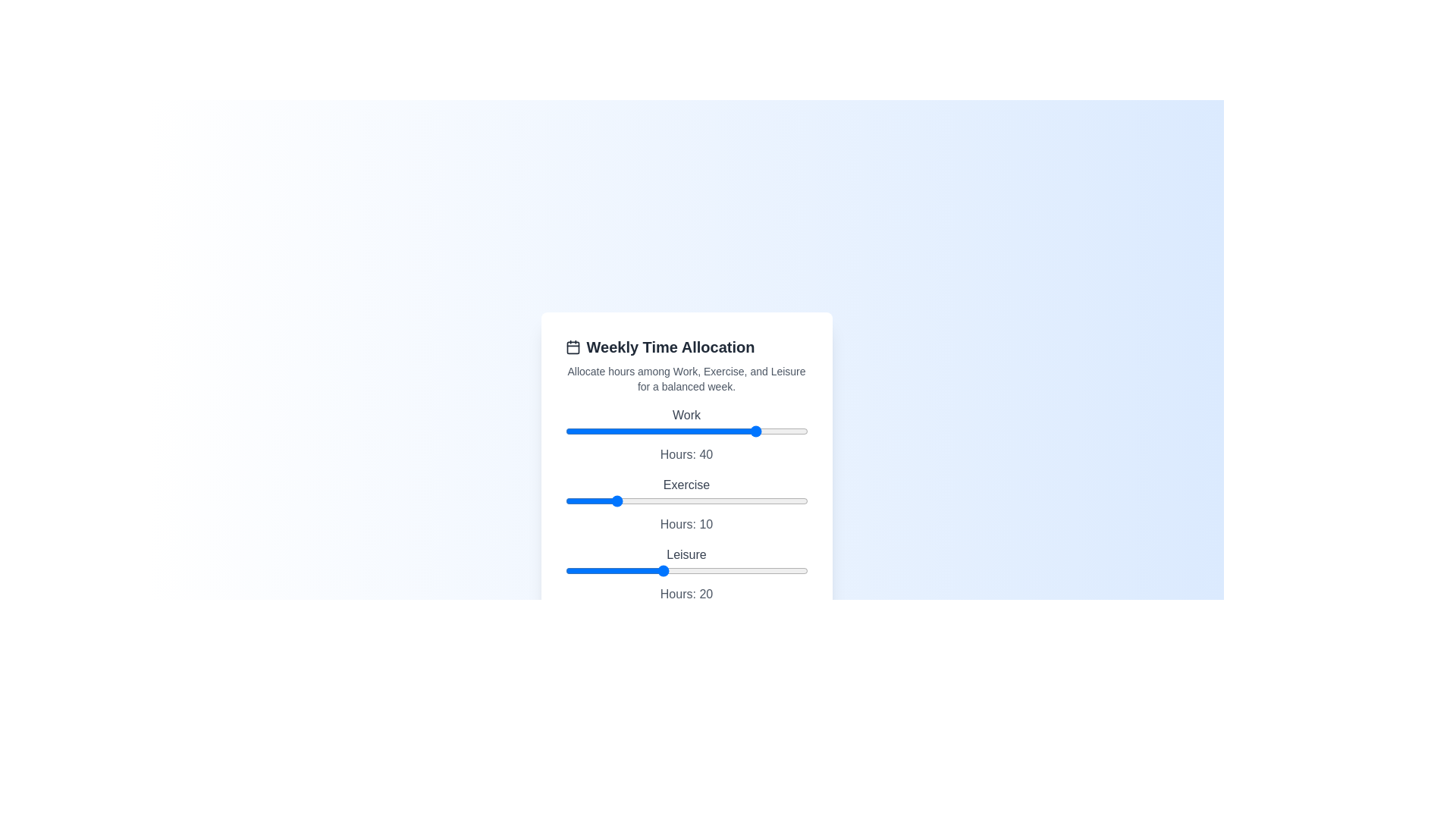  What do you see at coordinates (769, 500) in the screenshot?
I see `the 'Exercise' slider to 42 hours` at bounding box center [769, 500].